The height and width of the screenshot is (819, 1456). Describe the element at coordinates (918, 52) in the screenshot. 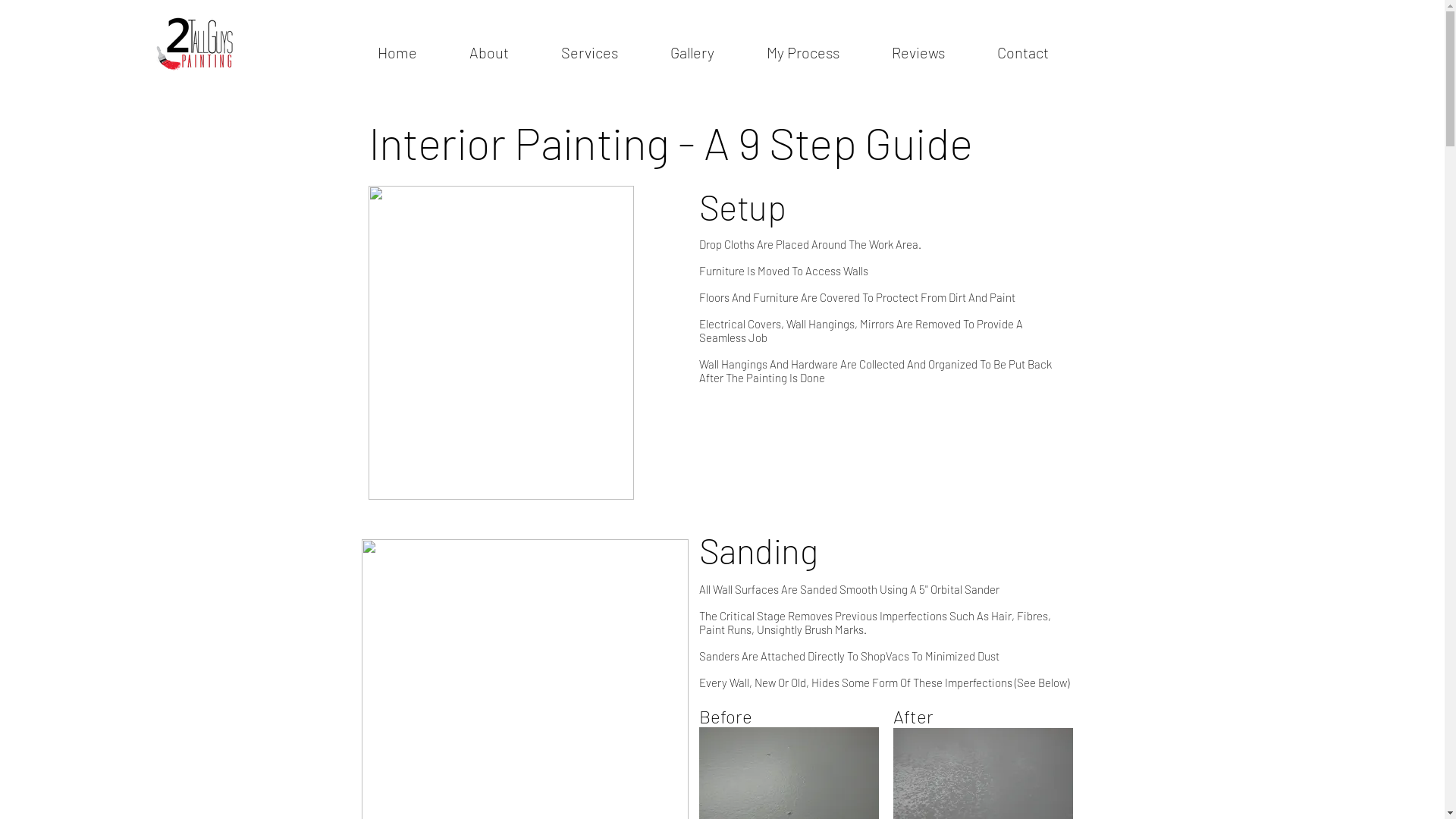

I see `'Reviews'` at that location.